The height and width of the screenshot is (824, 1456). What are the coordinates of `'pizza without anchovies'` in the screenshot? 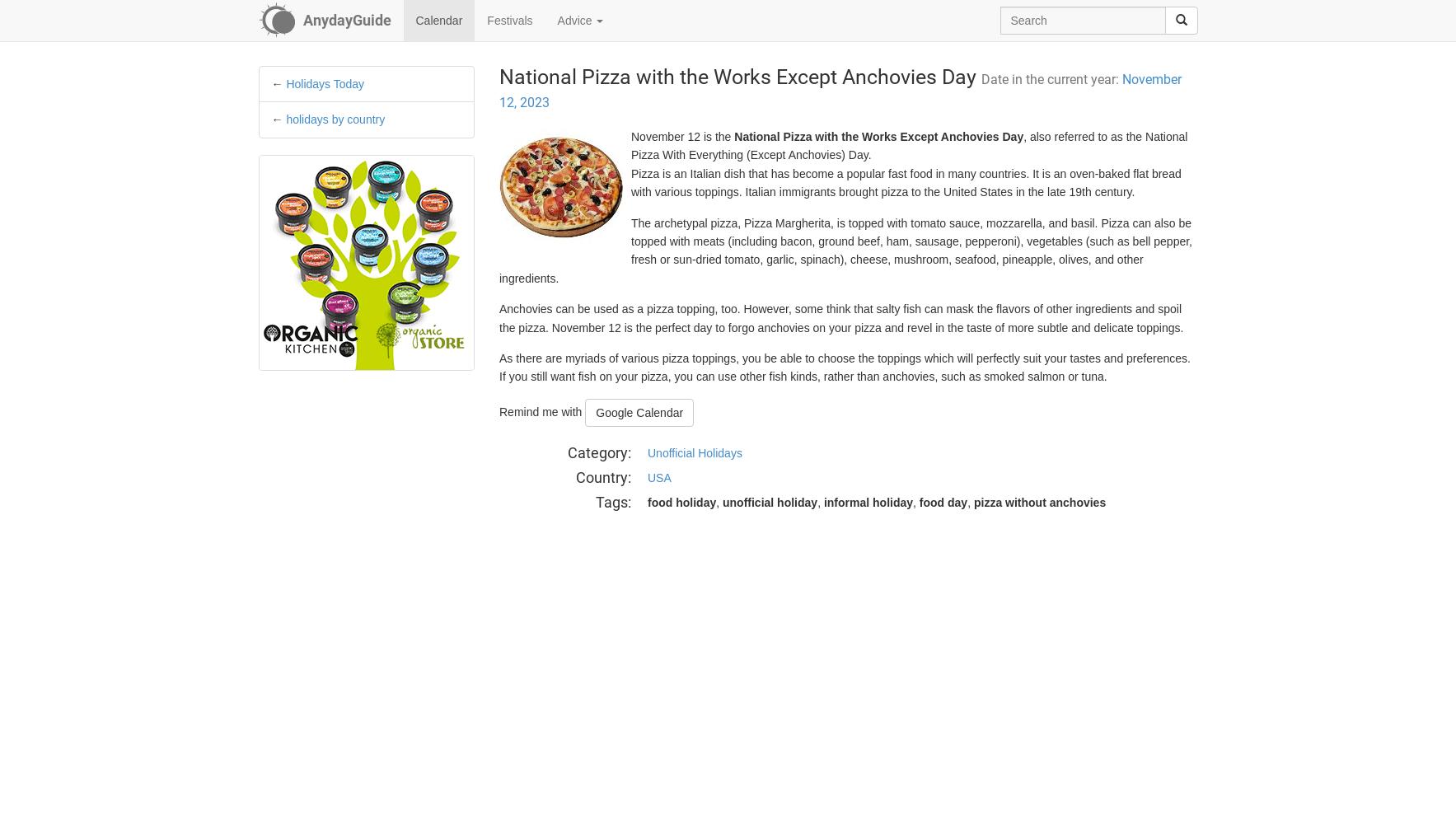 It's located at (972, 502).